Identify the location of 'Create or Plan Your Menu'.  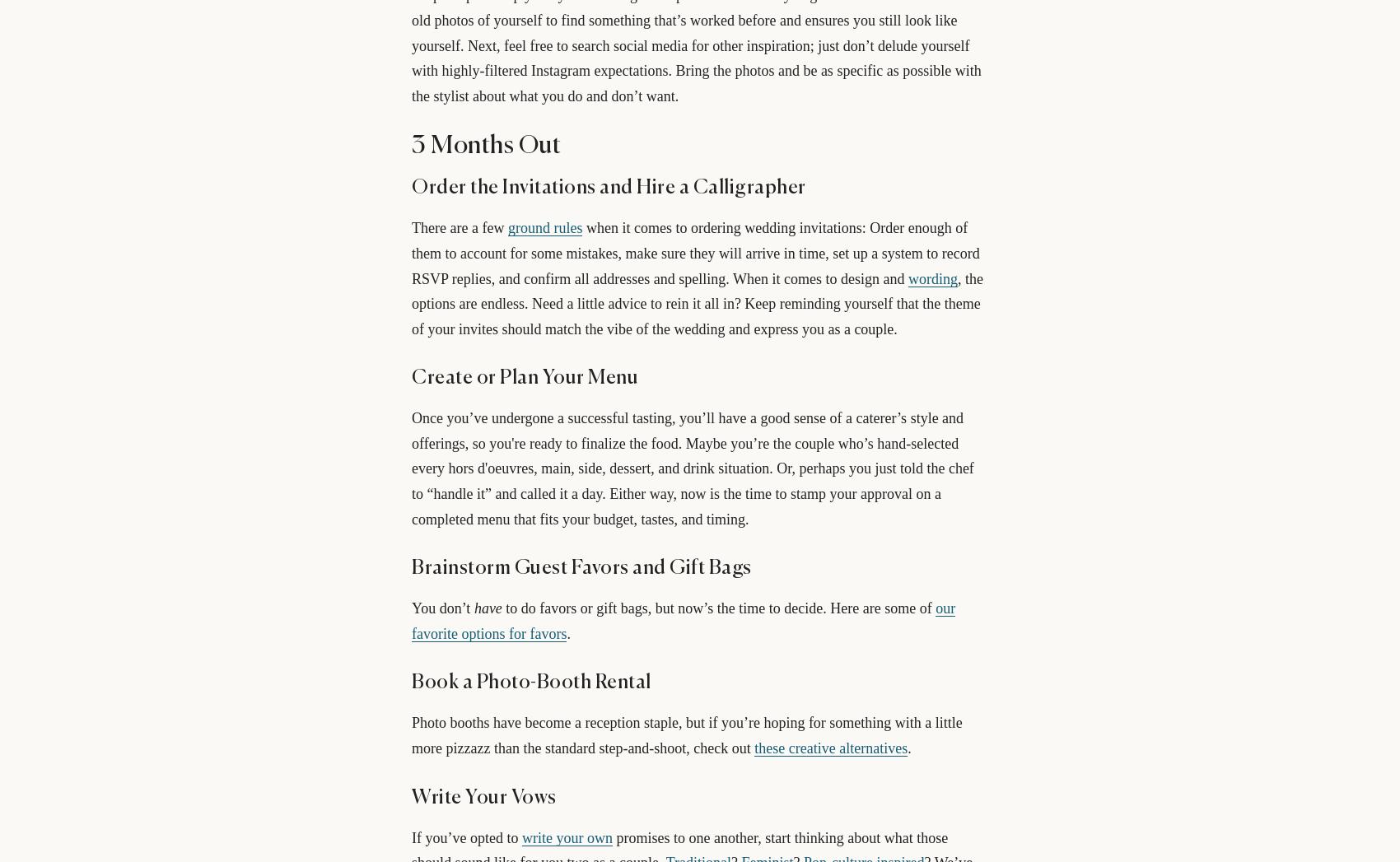
(524, 378).